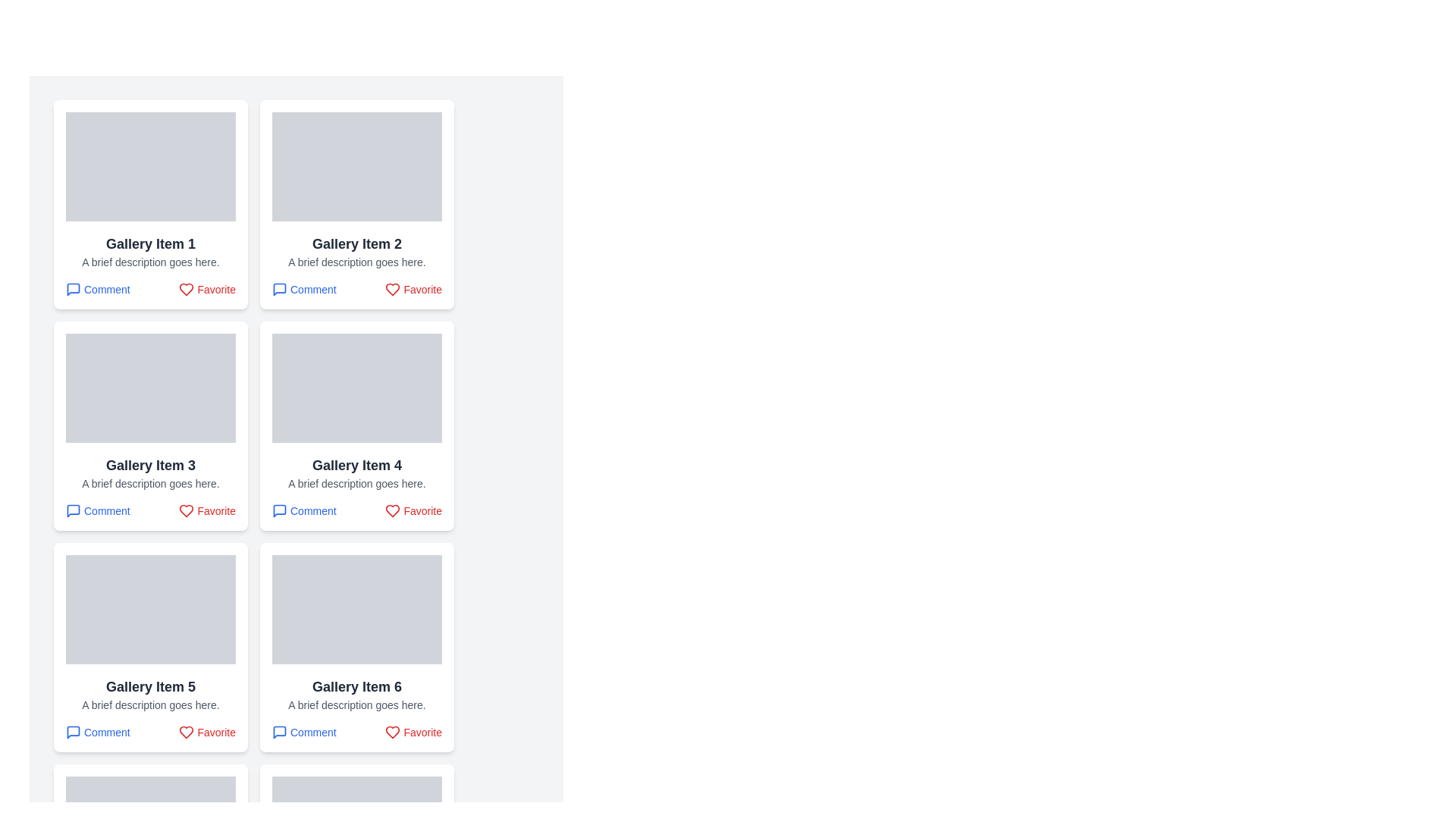 This screenshot has width=1456, height=819. Describe the element at coordinates (97, 731) in the screenshot. I see `the interactive link with an associated icon for the 'Comment' feature located in the lower-left corner of the card labeled 'Gallery Item 5'` at that location.